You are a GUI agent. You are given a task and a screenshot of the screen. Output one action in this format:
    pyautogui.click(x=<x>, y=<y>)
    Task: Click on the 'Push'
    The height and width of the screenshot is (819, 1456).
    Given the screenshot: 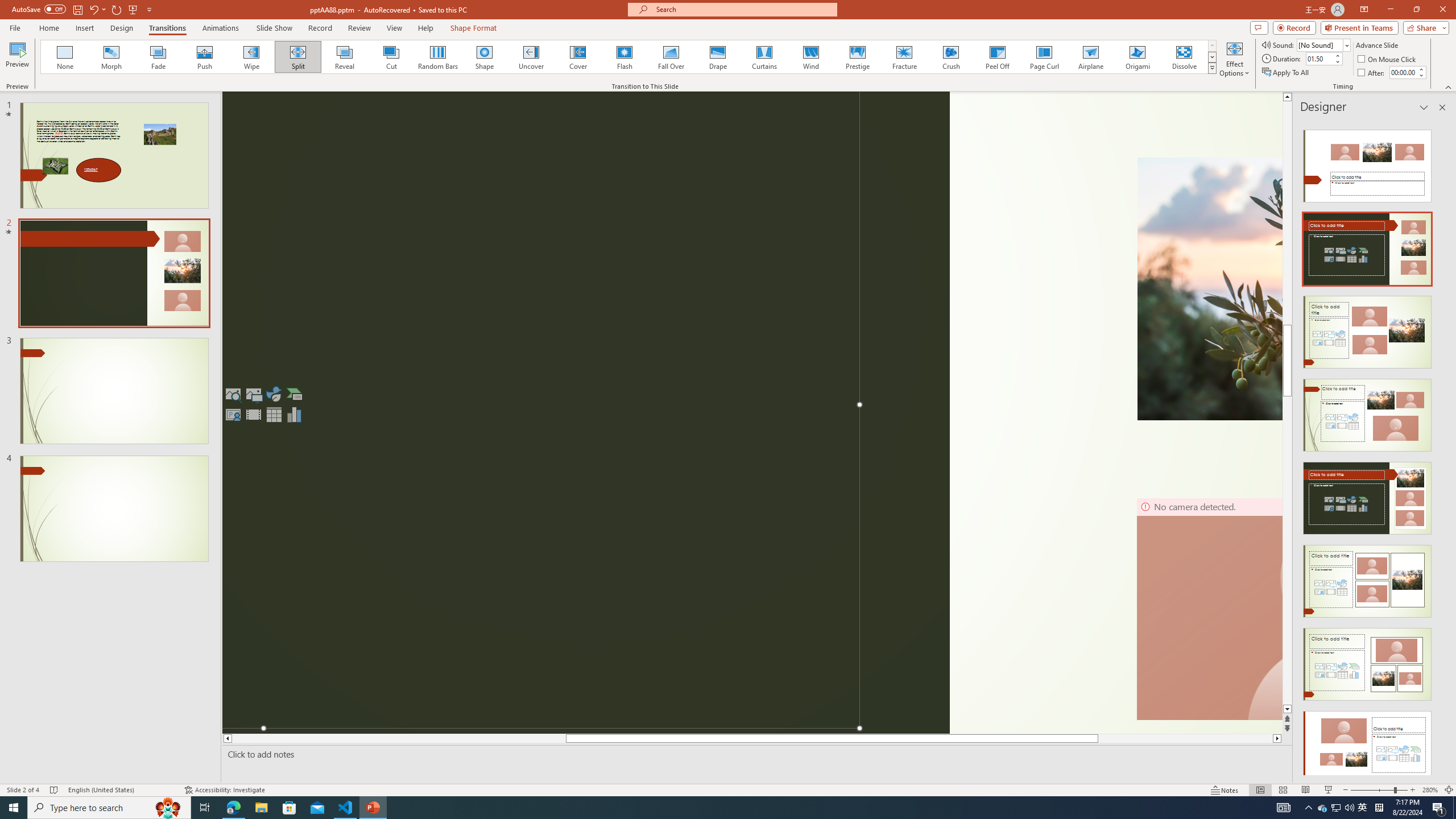 What is the action you would take?
    pyautogui.click(x=204, y=56)
    